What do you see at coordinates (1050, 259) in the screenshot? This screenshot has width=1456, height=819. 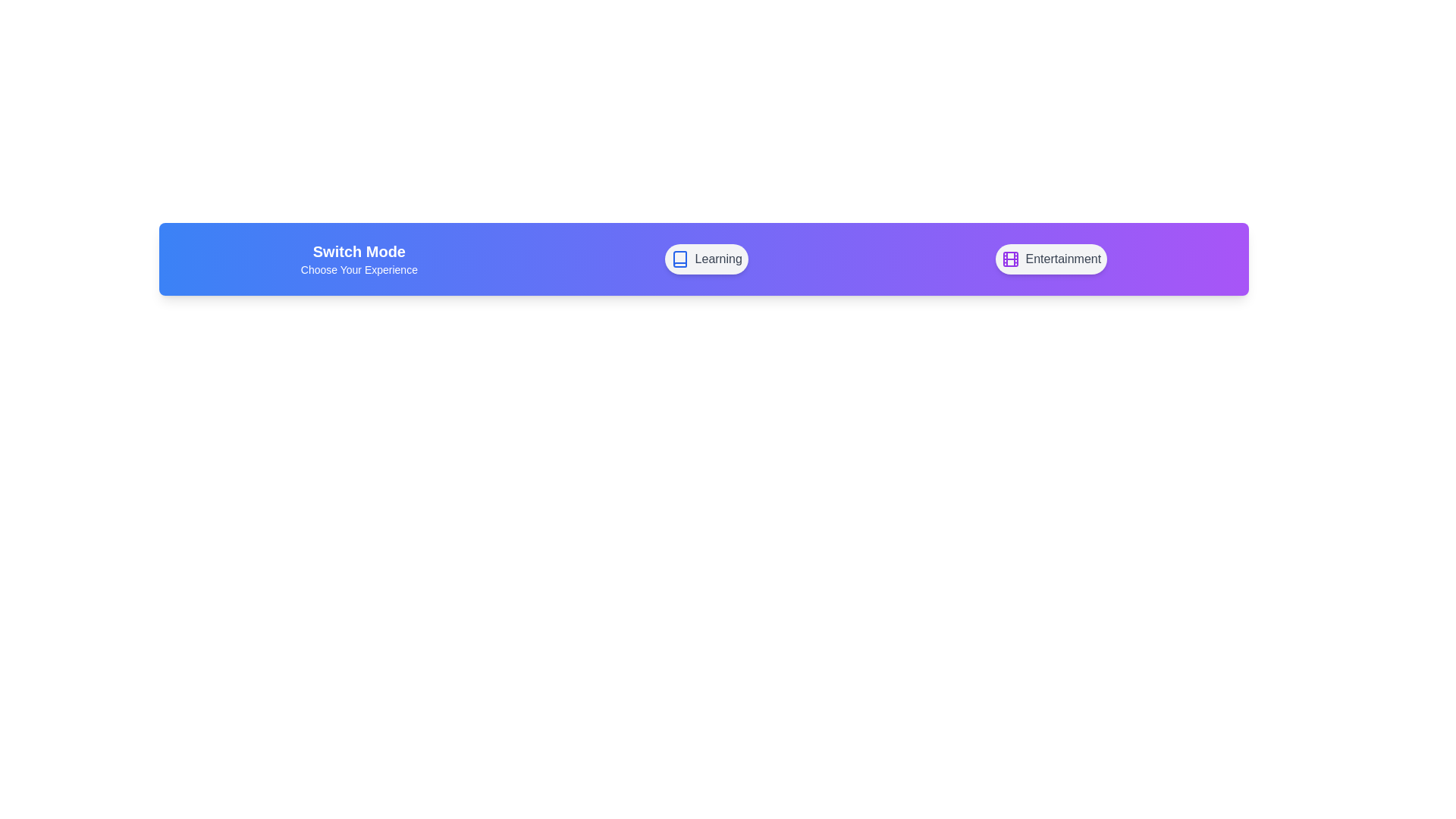 I see `the button labeled 'Entertainment' located to the right of the 'Learning' button` at bounding box center [1050, 259].